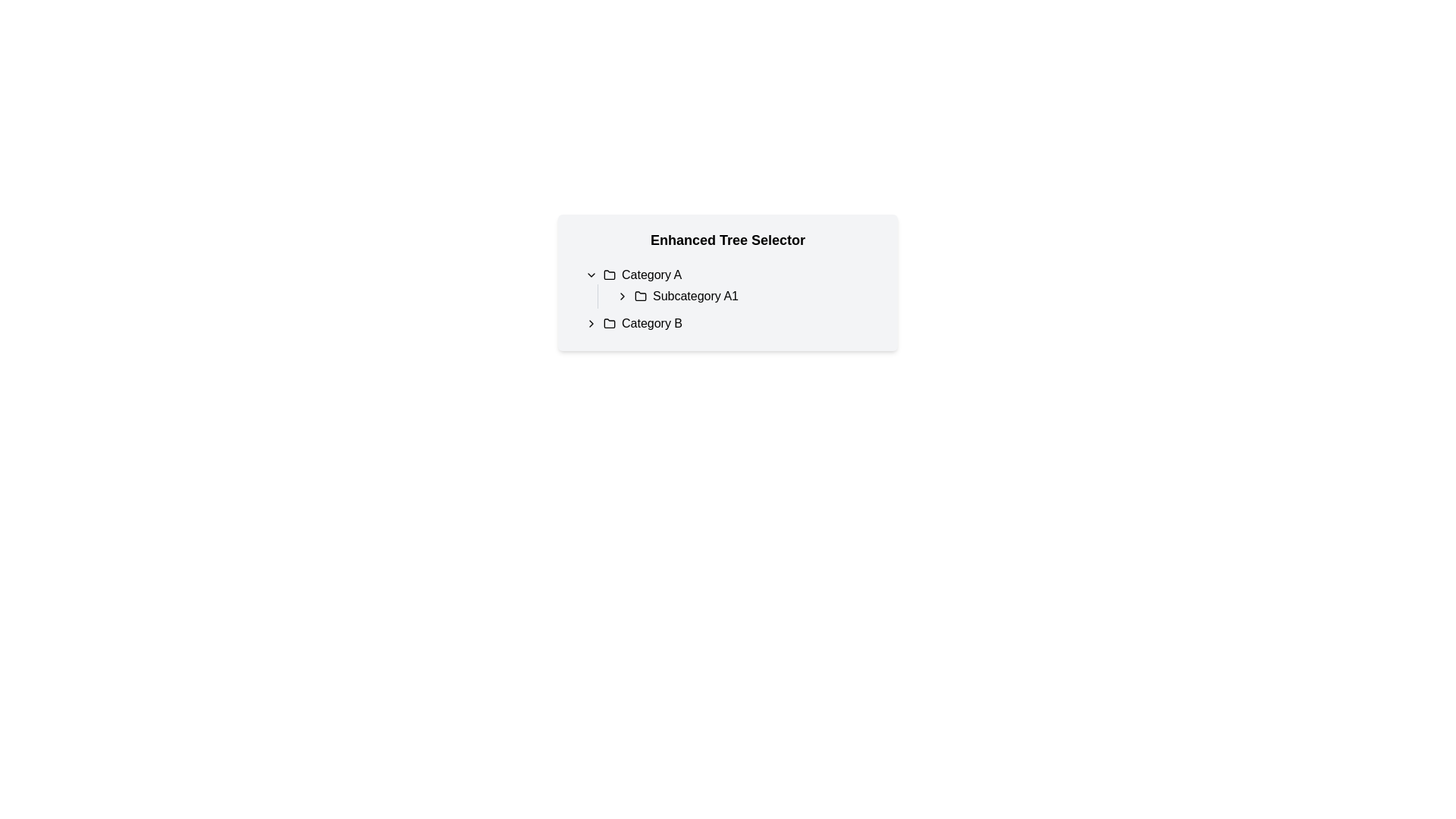 This screenshot has height=819, width=1456. What do you see at coordinates (590, 323) in the screenshot?
I see `the small right-pointing chevron icon located to the immediate left of the 'Category B' label` at bounding box center [590, 323].